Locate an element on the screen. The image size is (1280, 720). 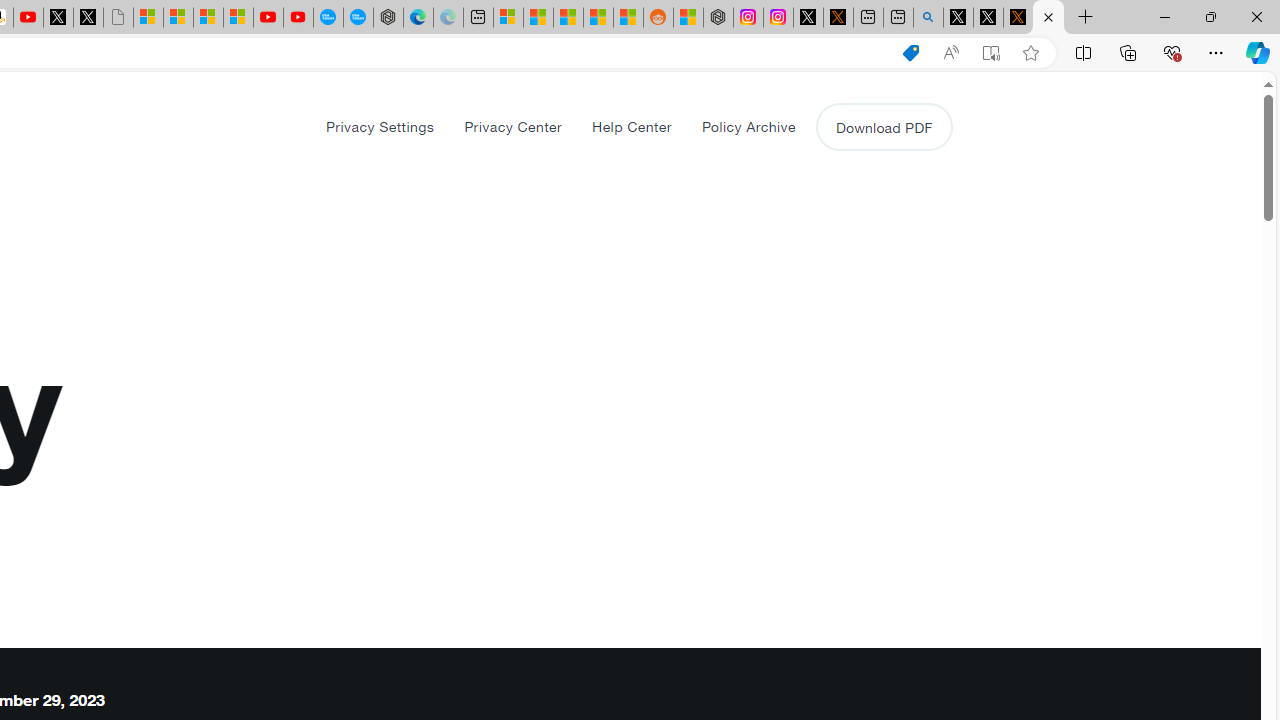
'Policy Archive' is located at coordinates (747, 126).